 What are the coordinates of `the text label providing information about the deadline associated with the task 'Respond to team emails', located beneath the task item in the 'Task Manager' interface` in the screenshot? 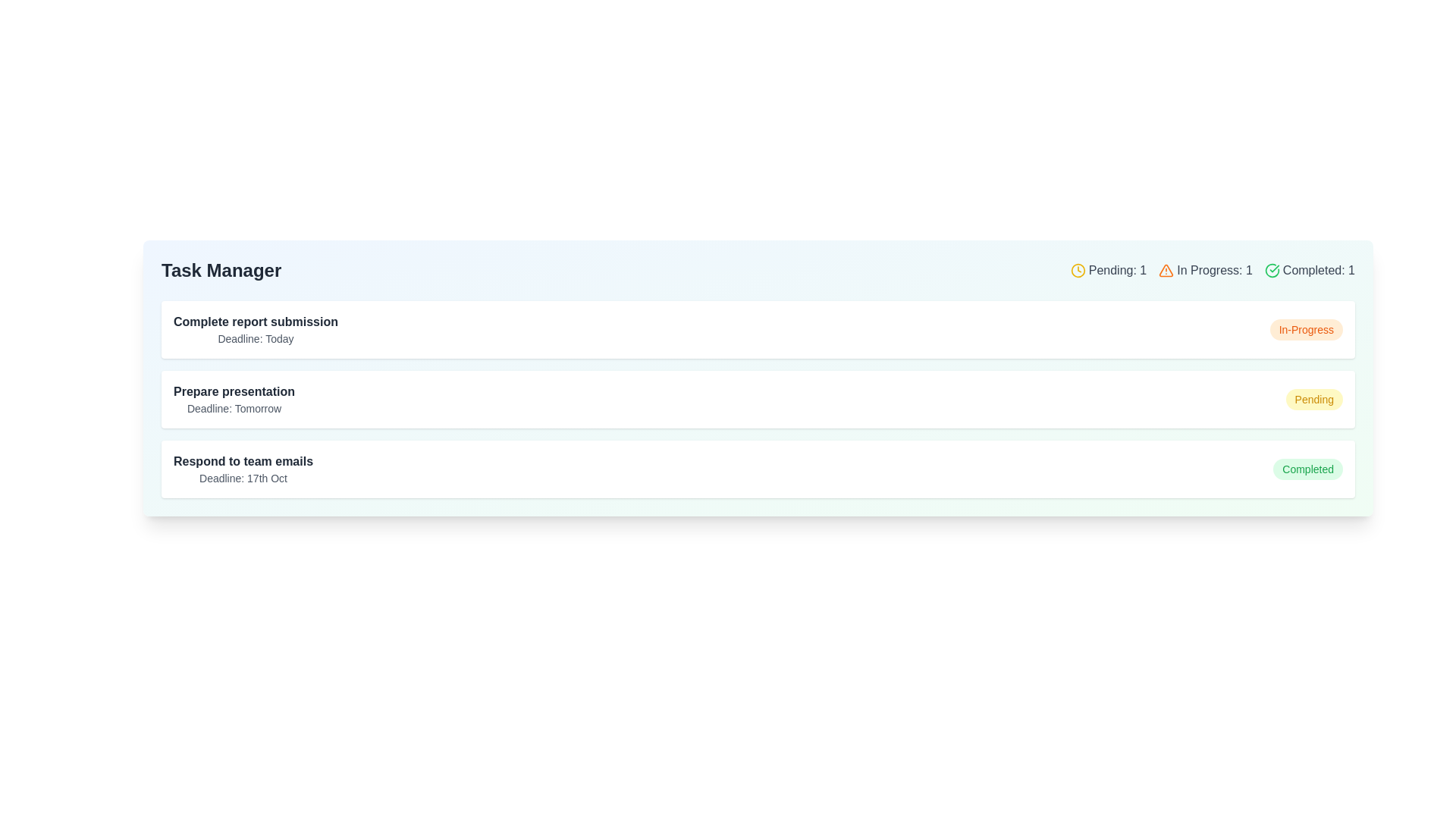 It's located at (243, 479).